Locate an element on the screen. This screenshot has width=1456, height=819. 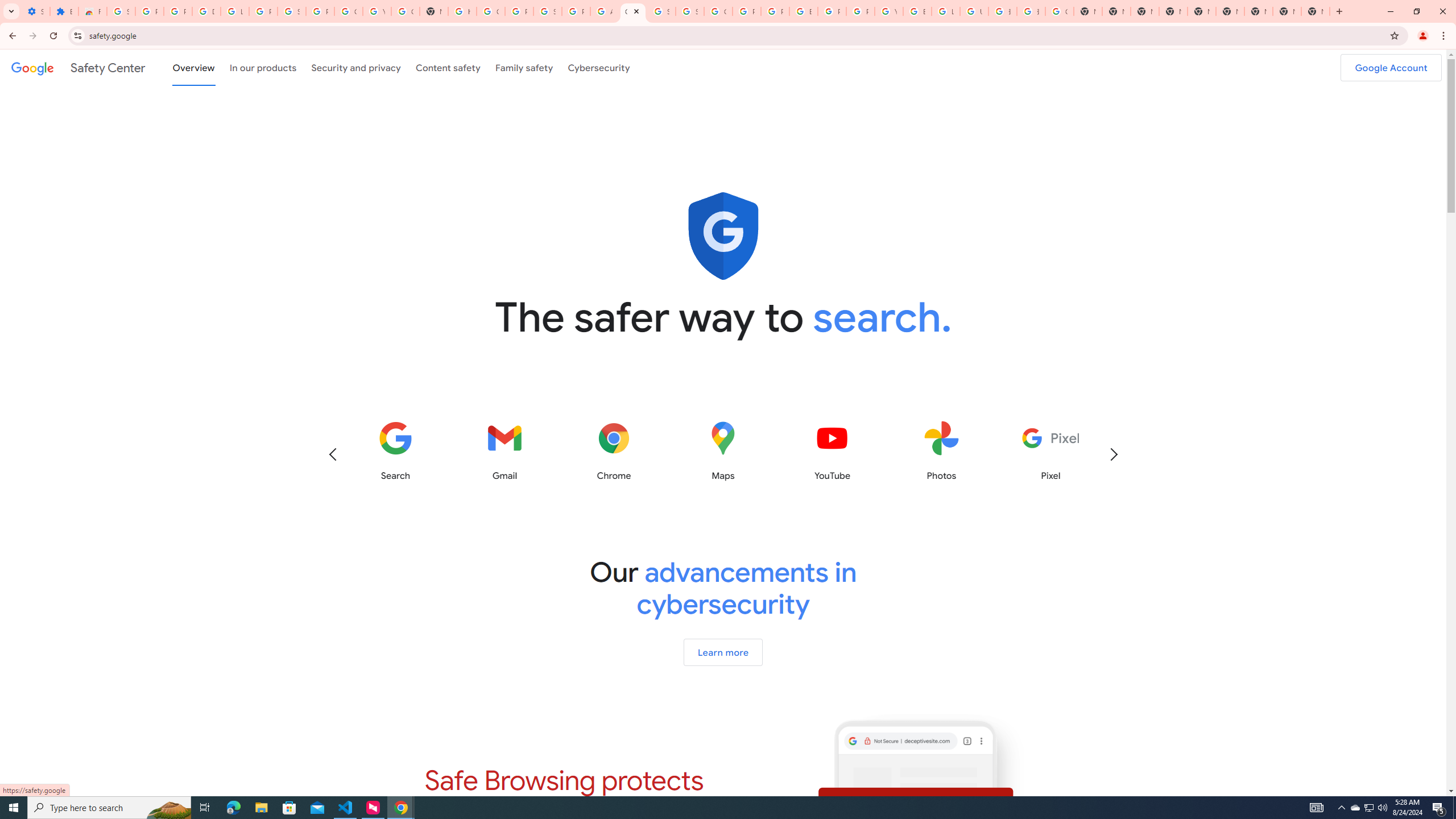
'Google Safety Center - Stay Safer Online' is located at coordinates (632, 11).